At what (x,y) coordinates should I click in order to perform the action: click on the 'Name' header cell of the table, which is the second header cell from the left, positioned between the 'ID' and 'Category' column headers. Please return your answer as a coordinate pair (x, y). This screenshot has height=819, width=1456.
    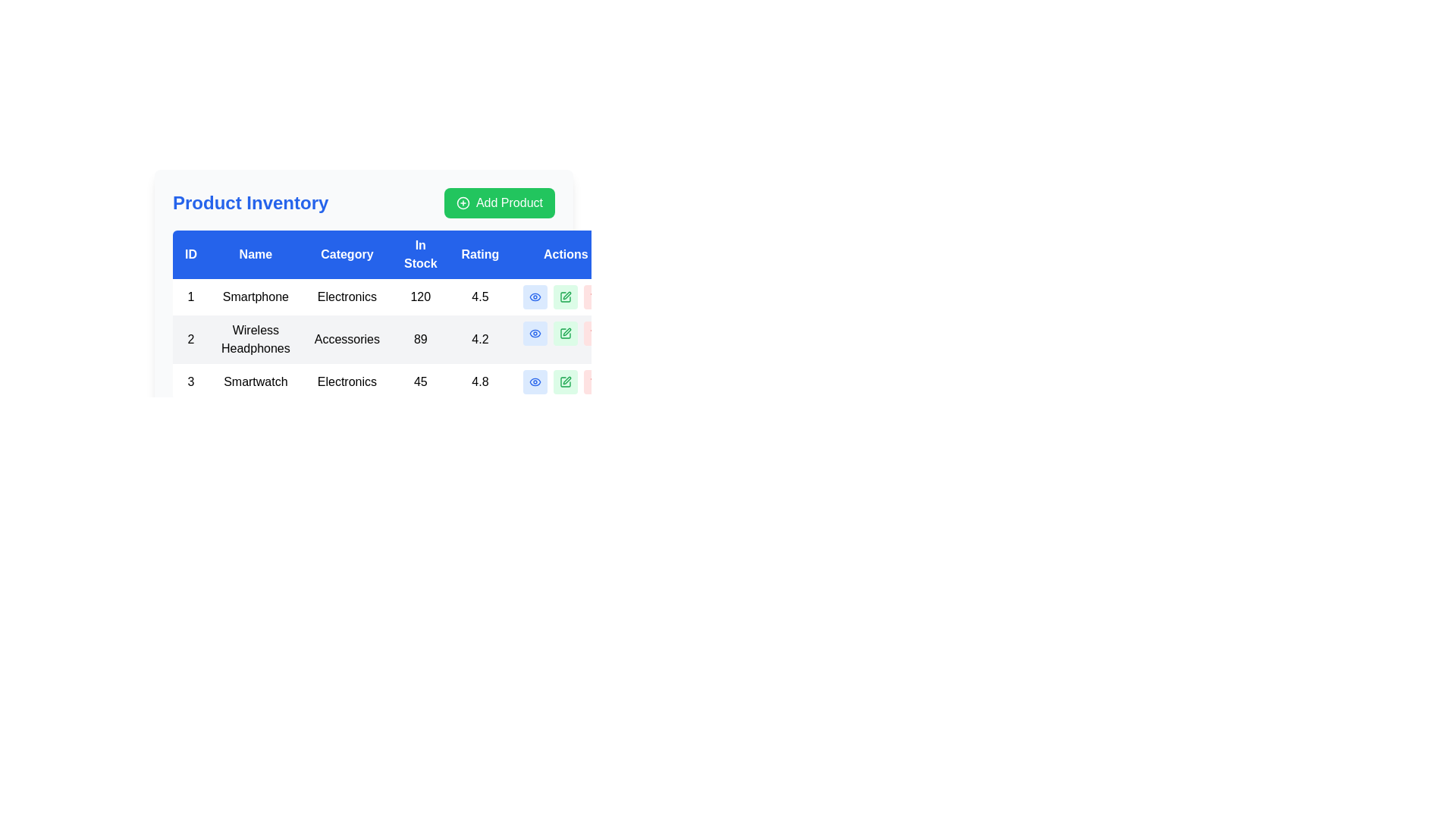
    Looking at the image, I should click on (256, 253).